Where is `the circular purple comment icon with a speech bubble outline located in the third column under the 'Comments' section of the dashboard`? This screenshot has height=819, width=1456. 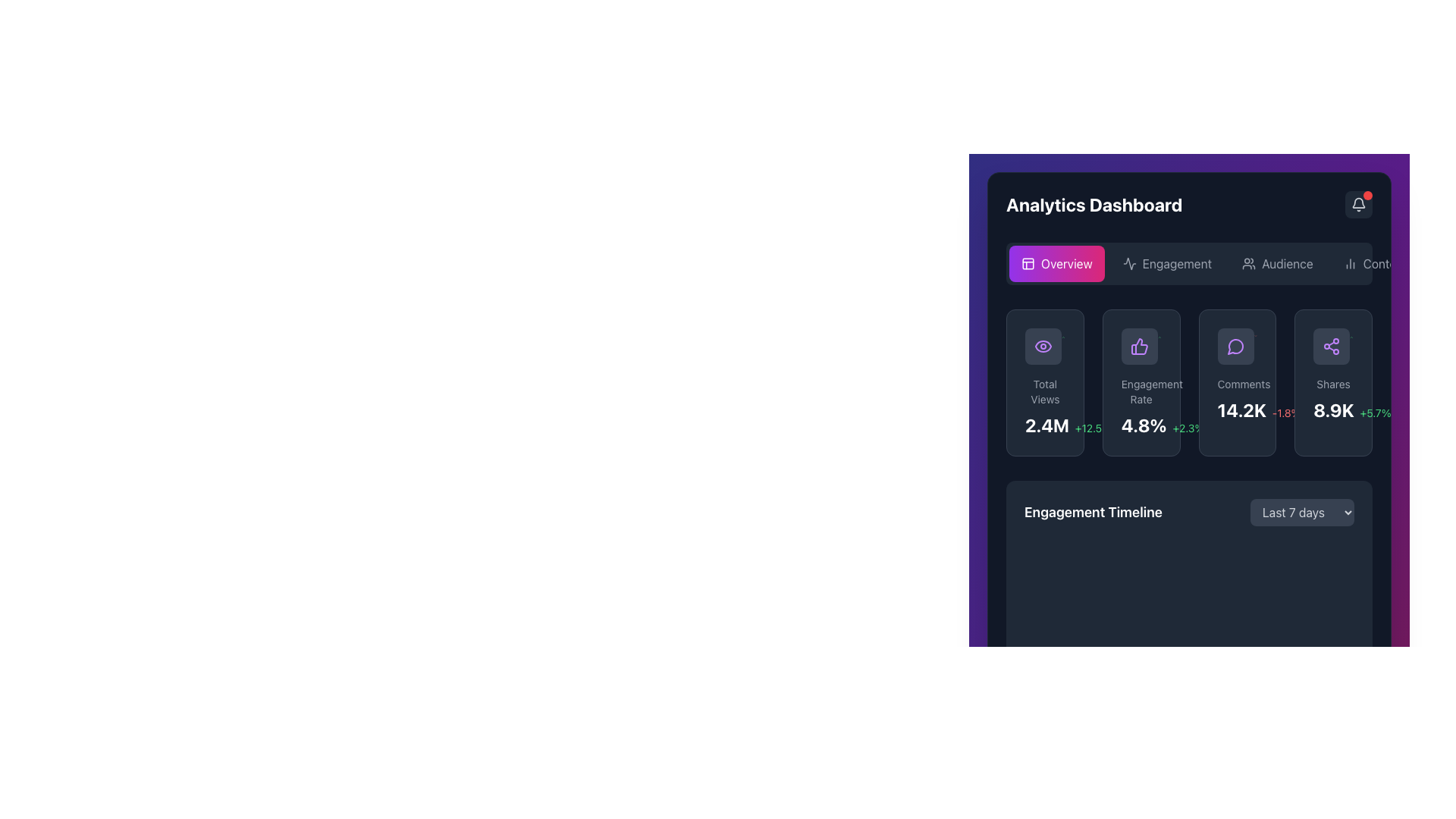 the circular purple comment icon with a speech bubble outline located in the third column under the 'Comments' section of the dashboard is located at coordinates (1235, 346).